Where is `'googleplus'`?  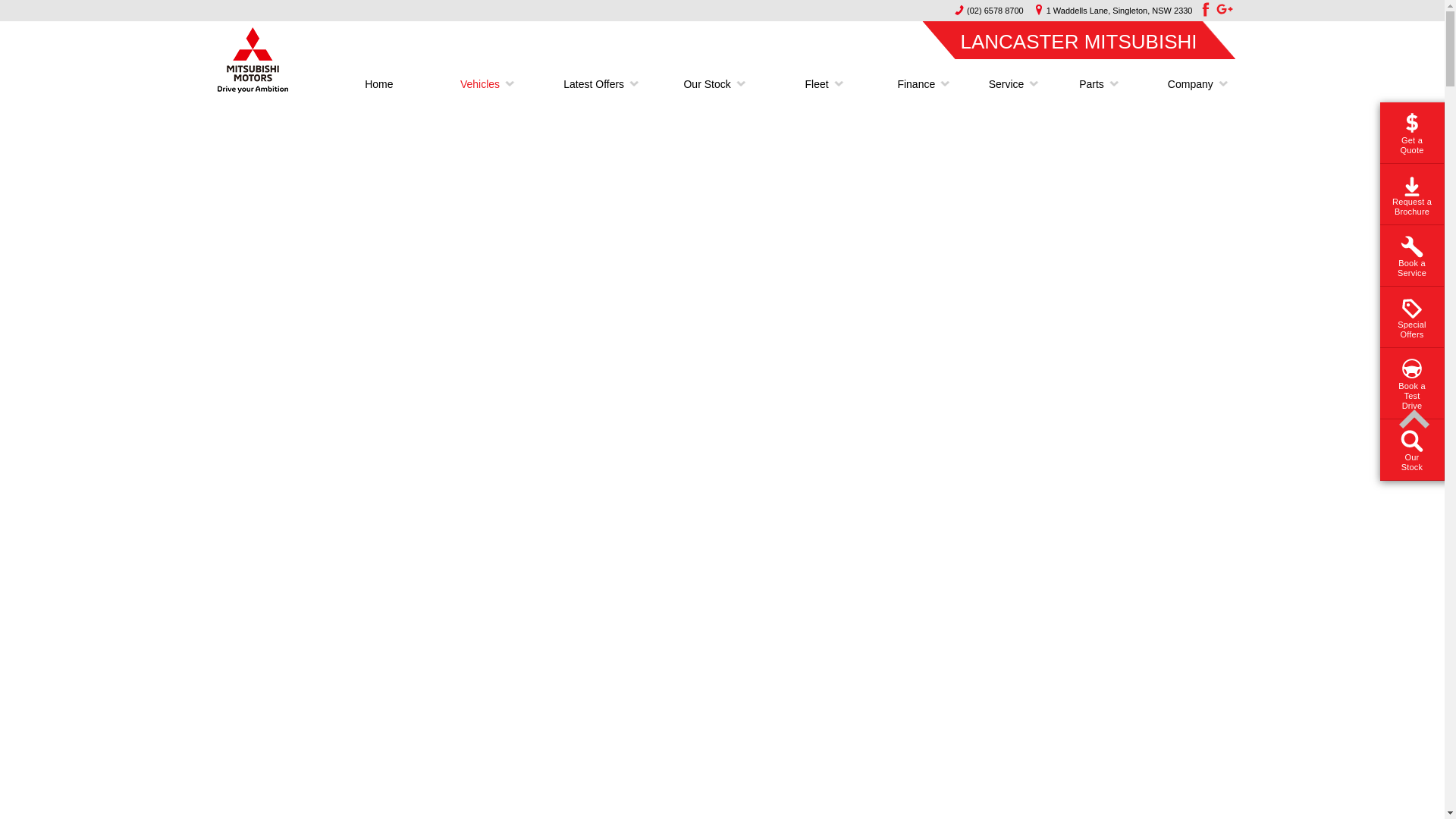
'googleplus' is located at coordinates (1224, 8).